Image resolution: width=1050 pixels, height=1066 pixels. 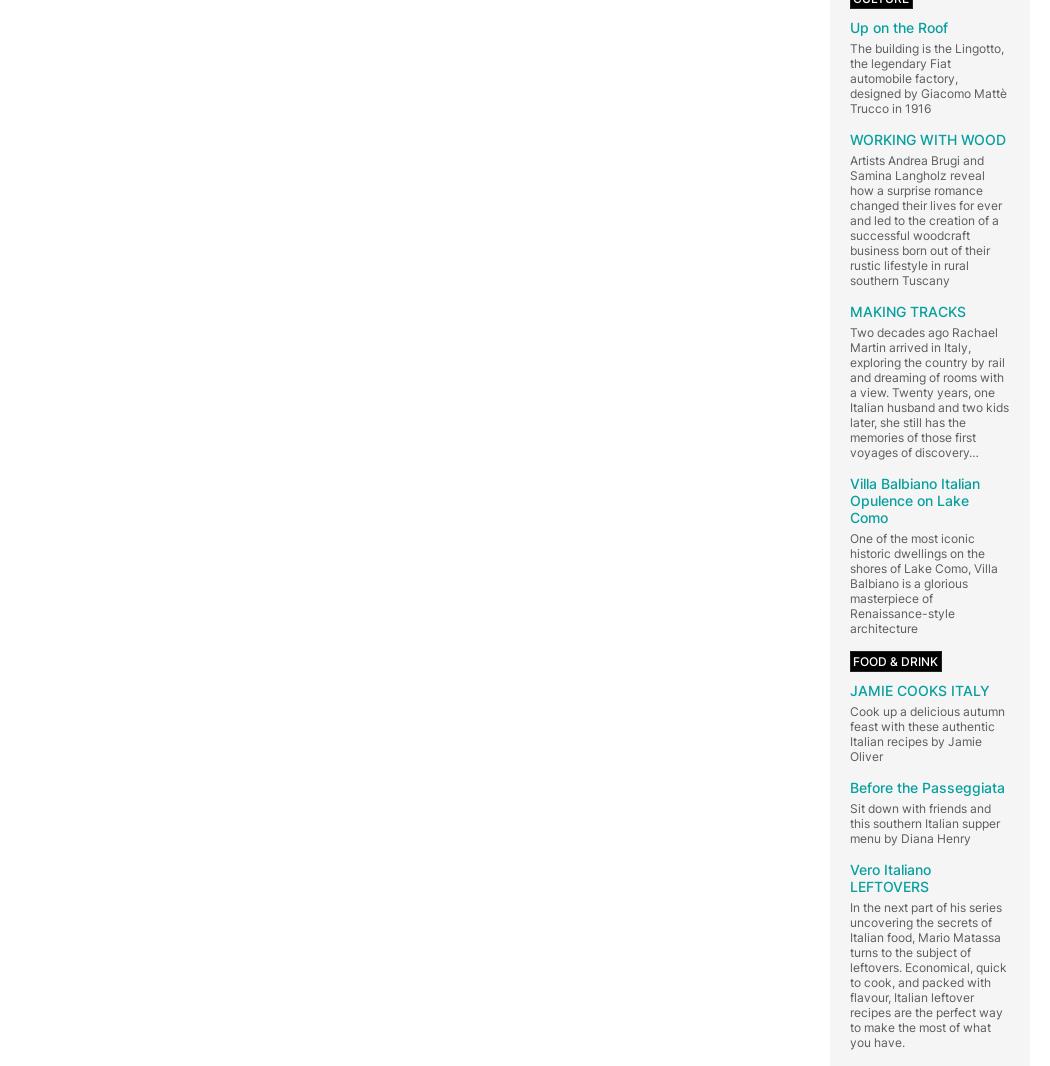 I want to click on 'Artists Andrea Brugi and Samina Langholz reveal how a surprise romance changed their lives for ever and led to the creation of a successful woodcraft business born out of their rustic lifestyle in rural southern Tuscany', so click(x=925, y=218).